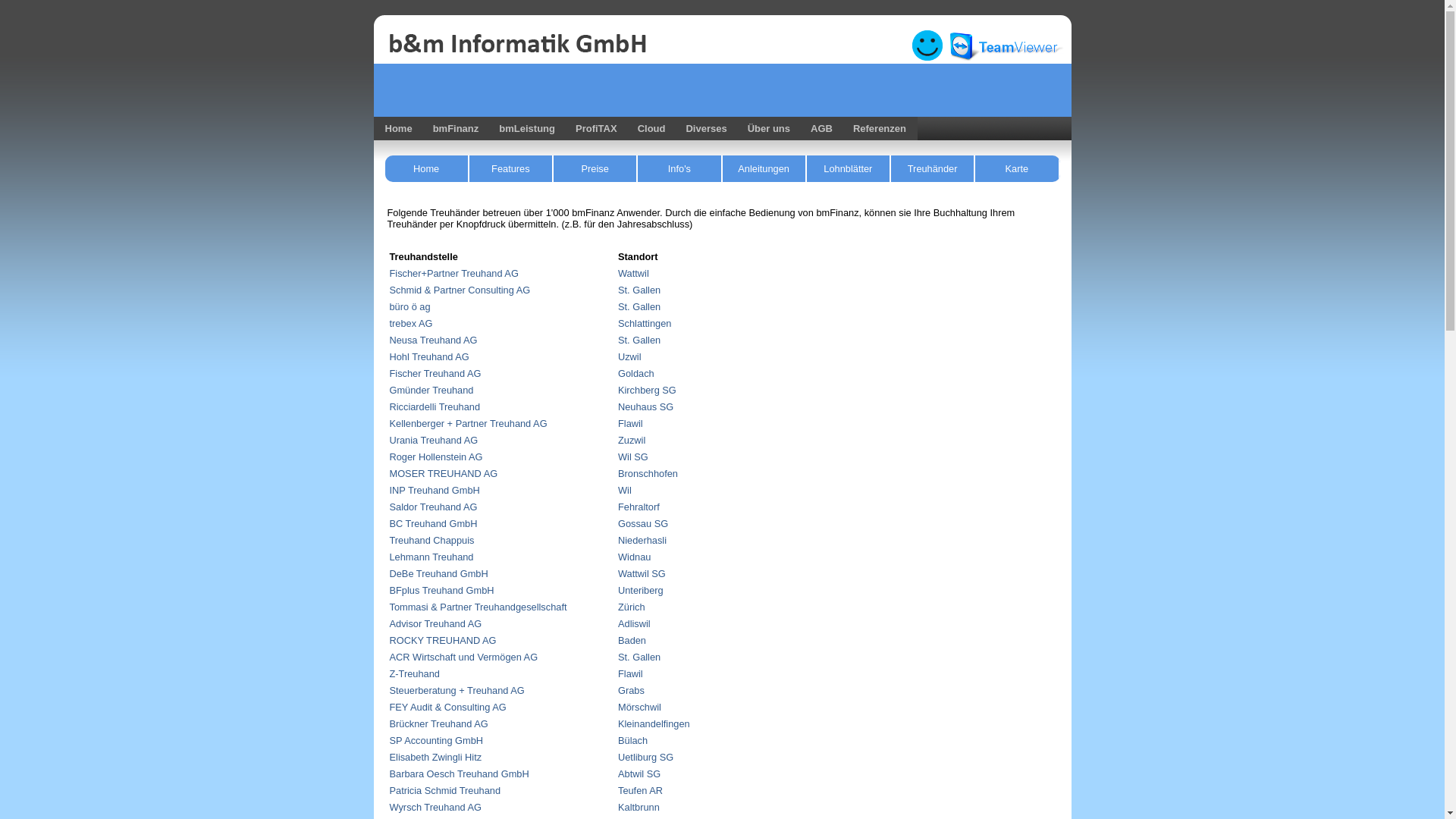 Image resolution: width=1456 pixels, height=819 pixels. What do you see at coordinates (438, 573) in the screenshot?
I see `'DeBe Treuhand GmbH'` at bounding box center [438, 573].